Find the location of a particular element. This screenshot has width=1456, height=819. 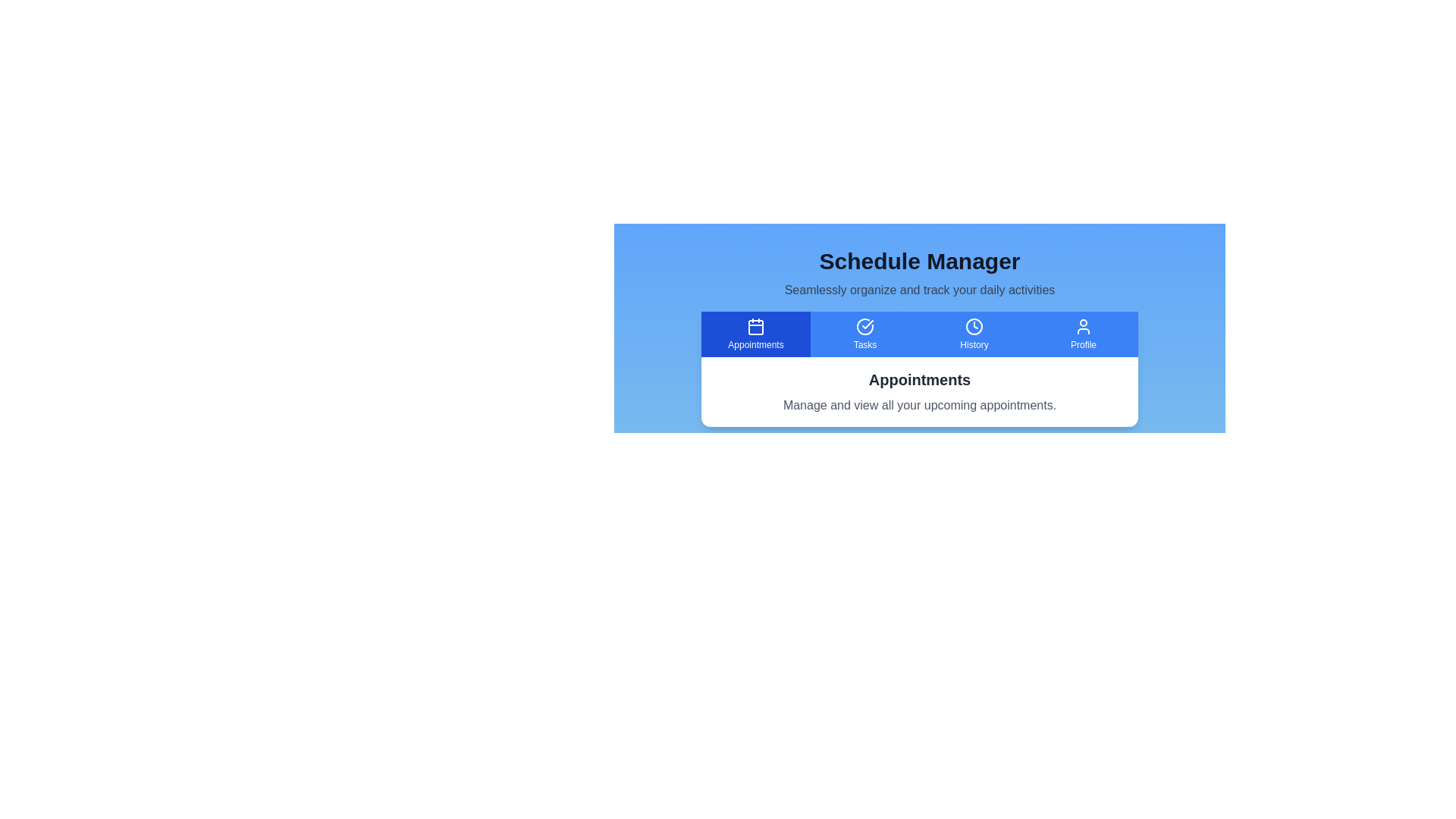

the descriptive text located under the 'Appointments' title to read its content is located at coordinates (919, 405).